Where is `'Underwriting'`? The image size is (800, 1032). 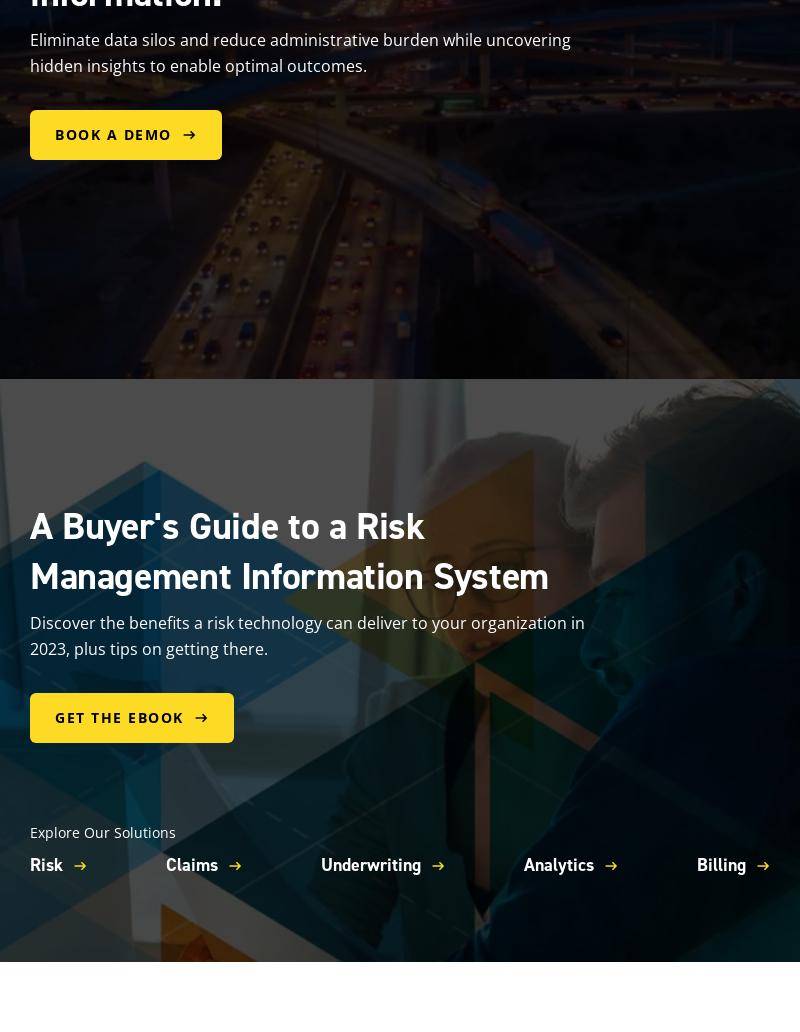 'Underwriting' is located at coordinates (369, 865).